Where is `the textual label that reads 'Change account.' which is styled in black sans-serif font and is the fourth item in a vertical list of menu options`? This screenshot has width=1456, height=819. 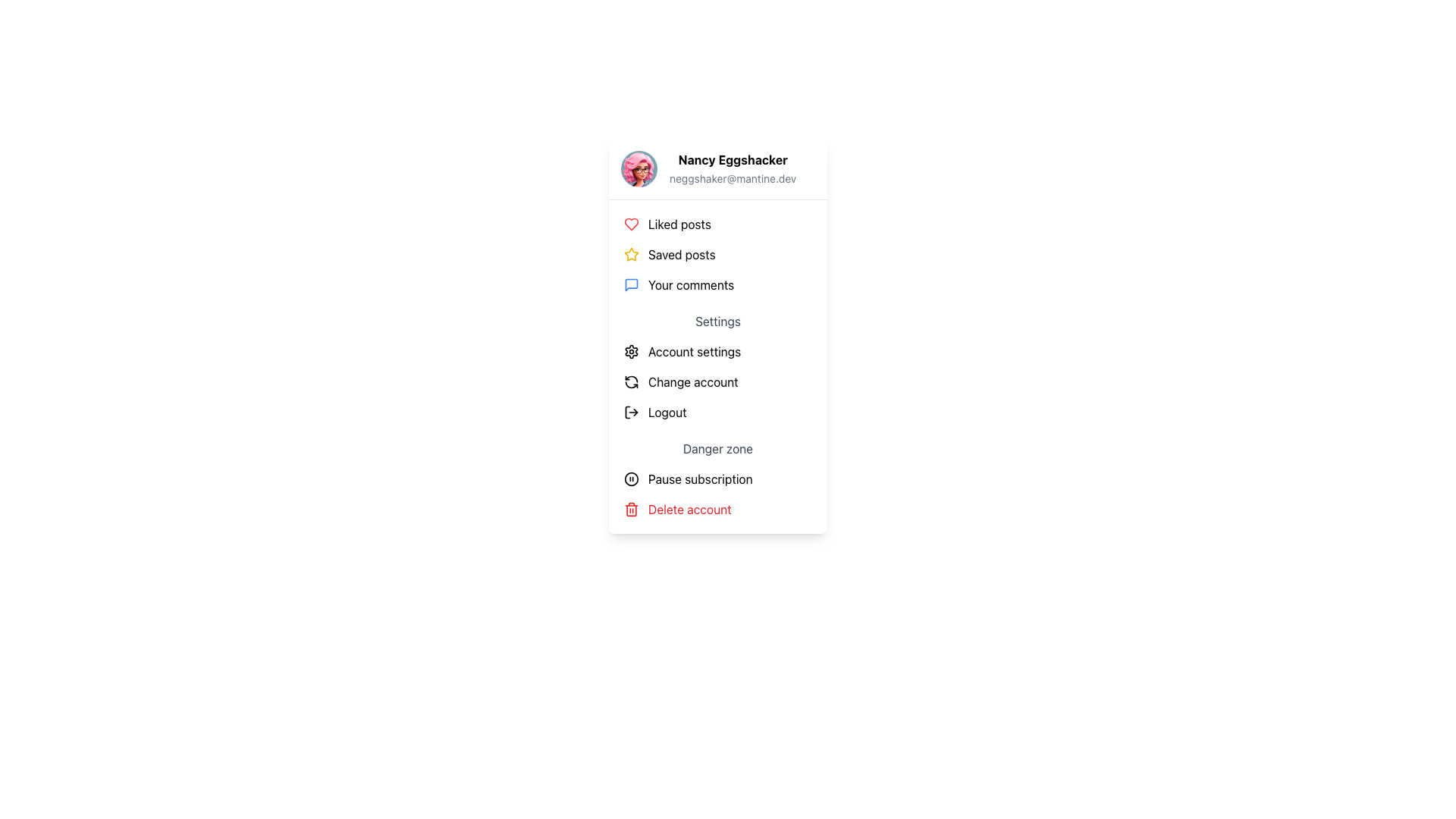 the textual label that reads 'Change account.' which is styled in black sans-serif font and is the fourth item in a vertical list of menu options is located at coordinates (692, 381).